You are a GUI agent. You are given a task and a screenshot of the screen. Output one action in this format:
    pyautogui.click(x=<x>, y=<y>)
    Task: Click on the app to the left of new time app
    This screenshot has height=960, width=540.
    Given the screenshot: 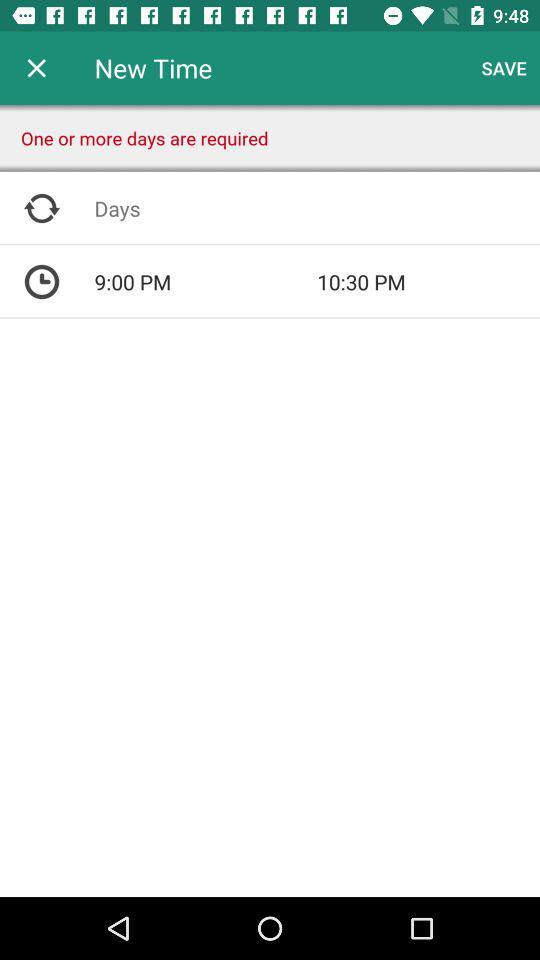 What is the action you would take?
    pyautogui.click(x=36, y=68)
    